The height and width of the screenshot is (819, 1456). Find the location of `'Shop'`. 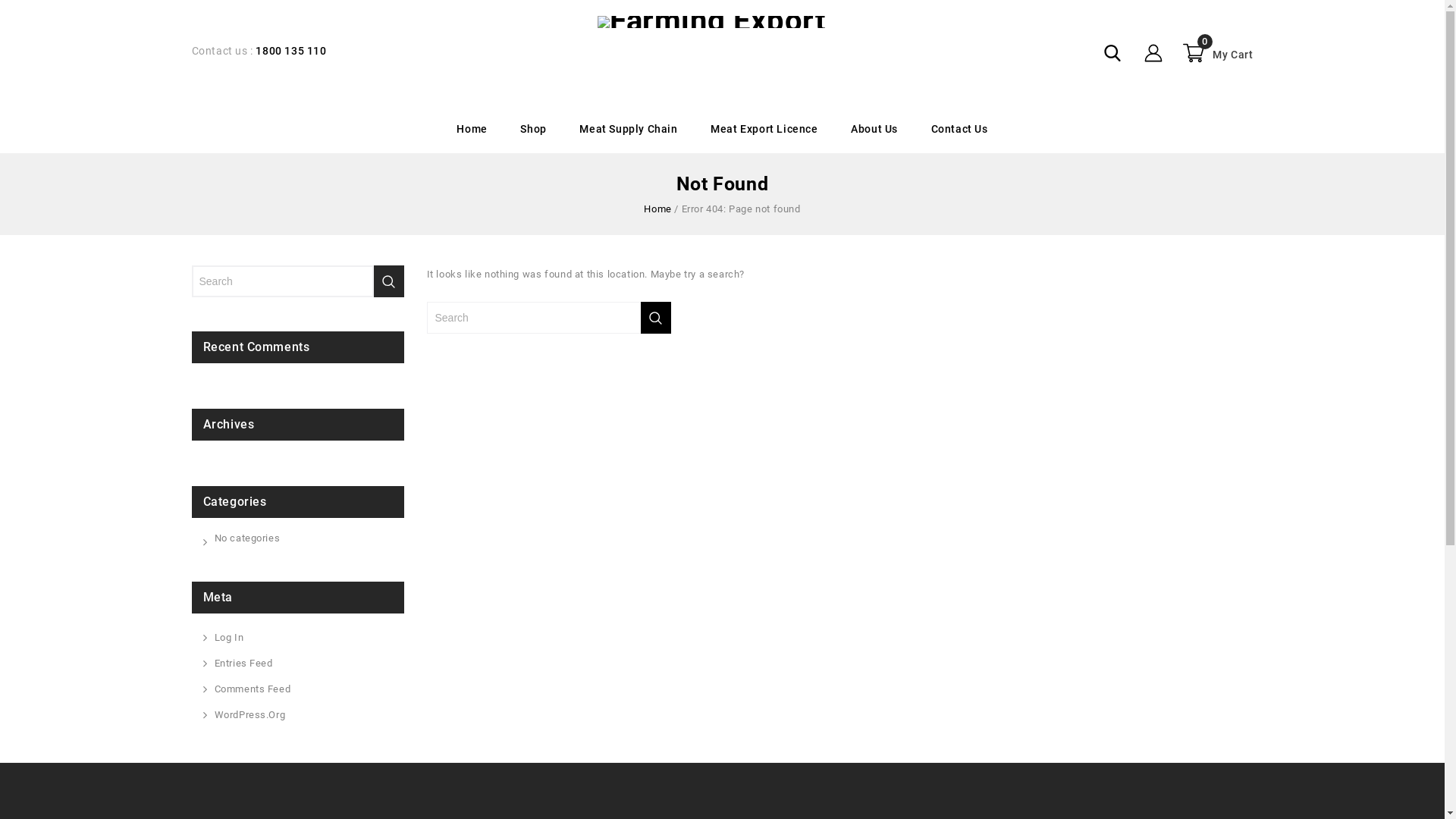

'Shop' is located at coordinates (532, 128).